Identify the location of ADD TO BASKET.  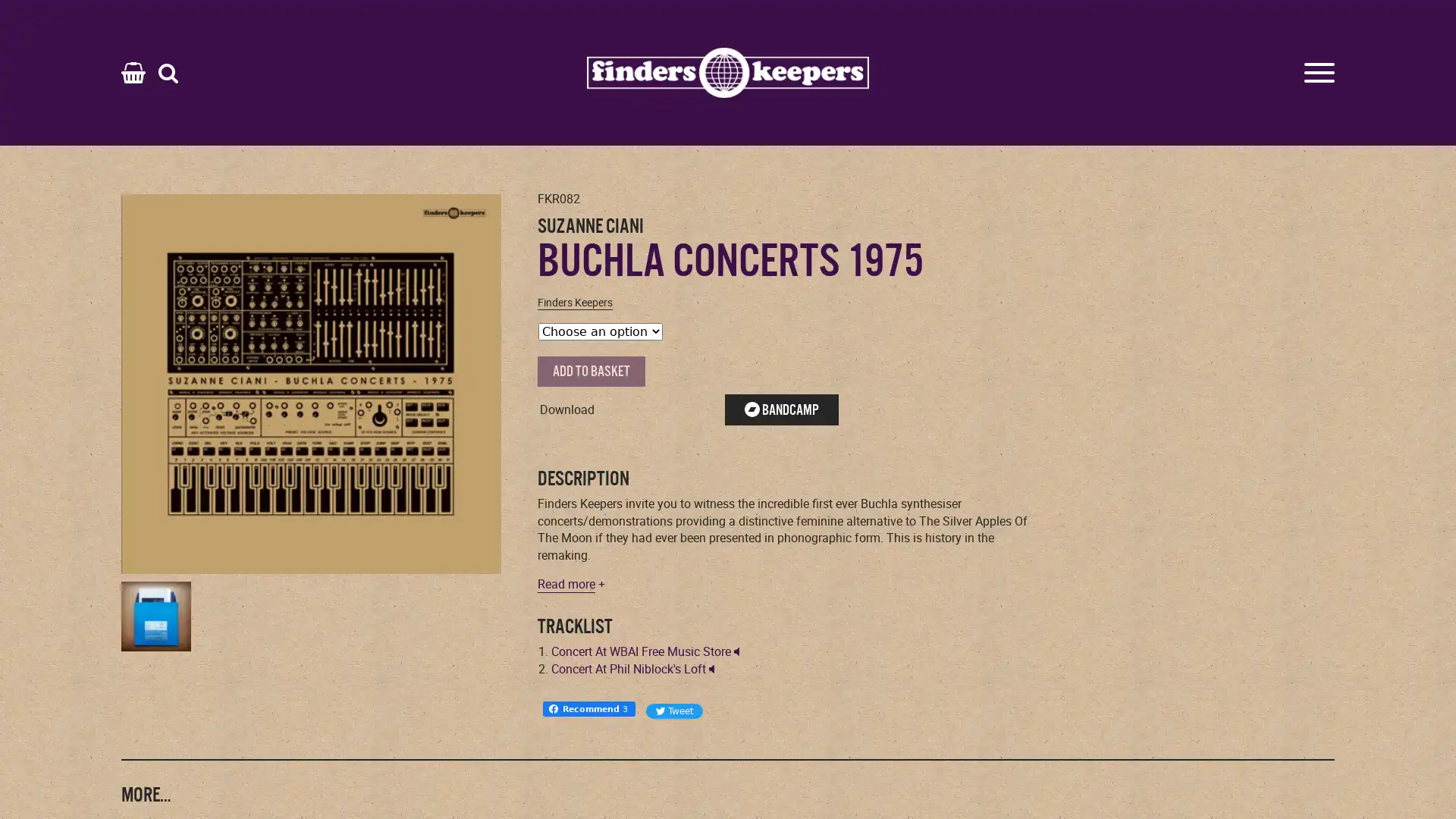
(590, 371).